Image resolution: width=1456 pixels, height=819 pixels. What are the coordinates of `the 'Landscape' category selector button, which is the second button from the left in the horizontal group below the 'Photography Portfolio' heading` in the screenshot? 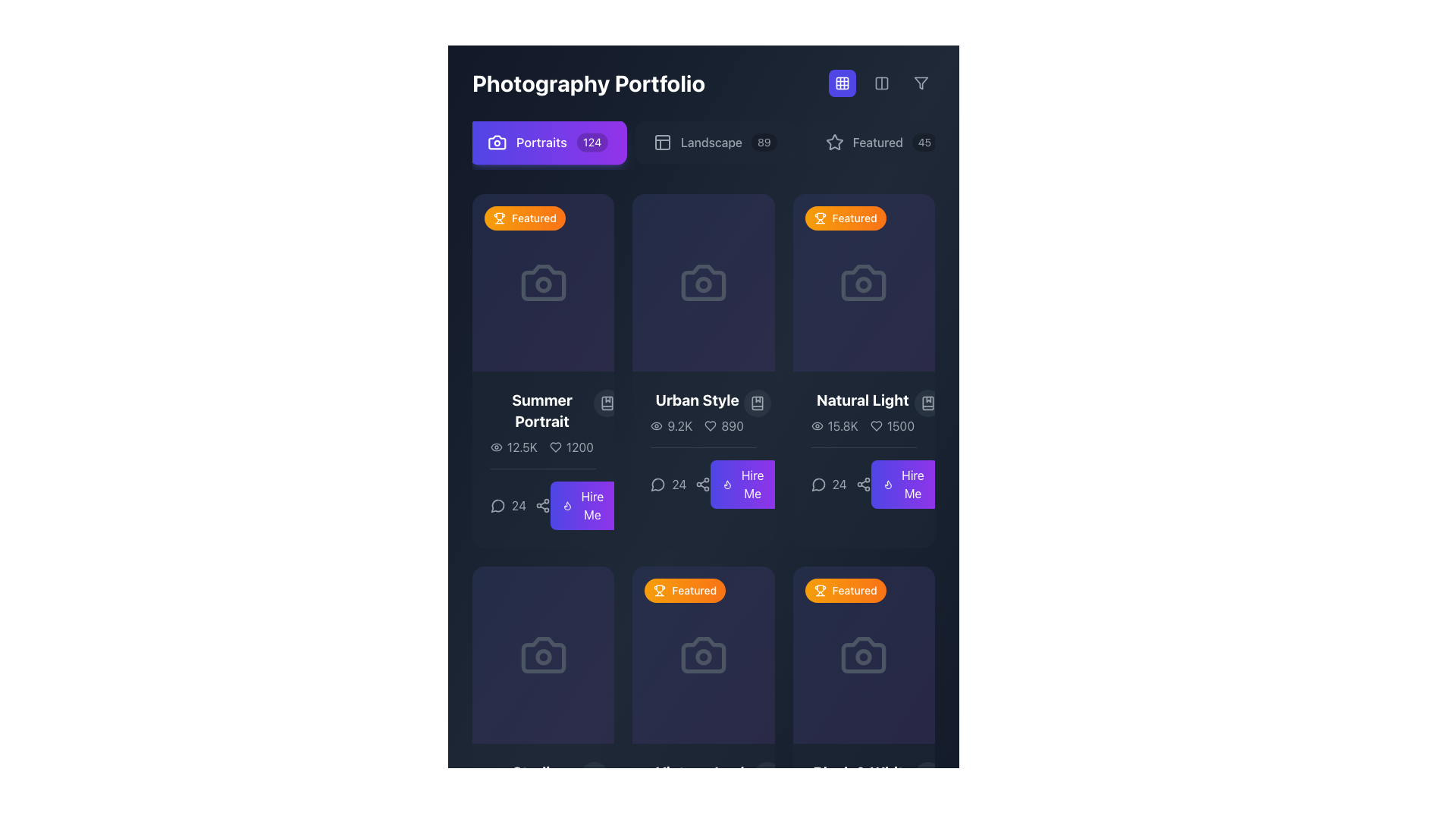 It's located at (714, 143).